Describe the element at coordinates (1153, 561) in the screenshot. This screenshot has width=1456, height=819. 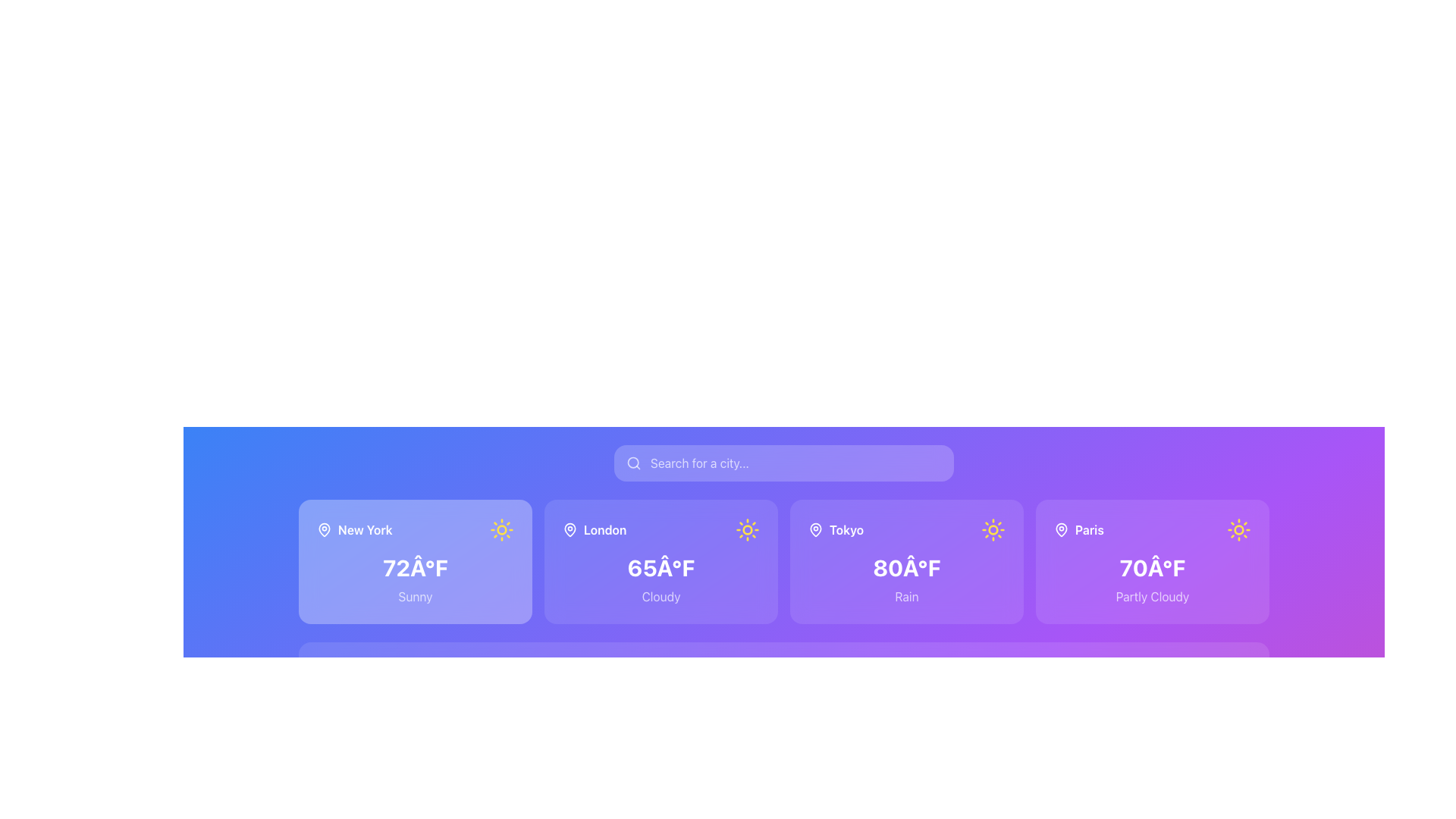
I see `the fourth weather card displaying weather details for Paris, located in the rightmost column` at that location.